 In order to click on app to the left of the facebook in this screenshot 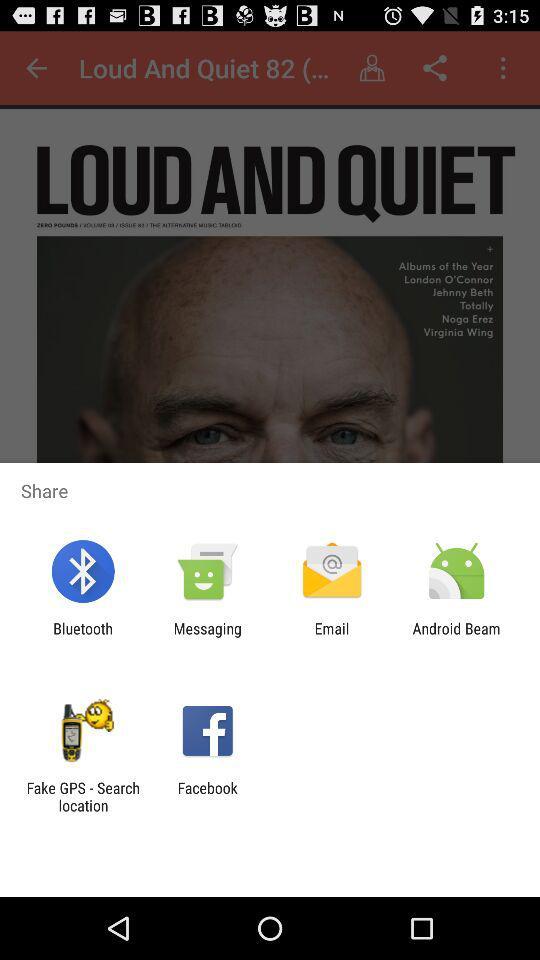, I will do `click(82, 796)`.